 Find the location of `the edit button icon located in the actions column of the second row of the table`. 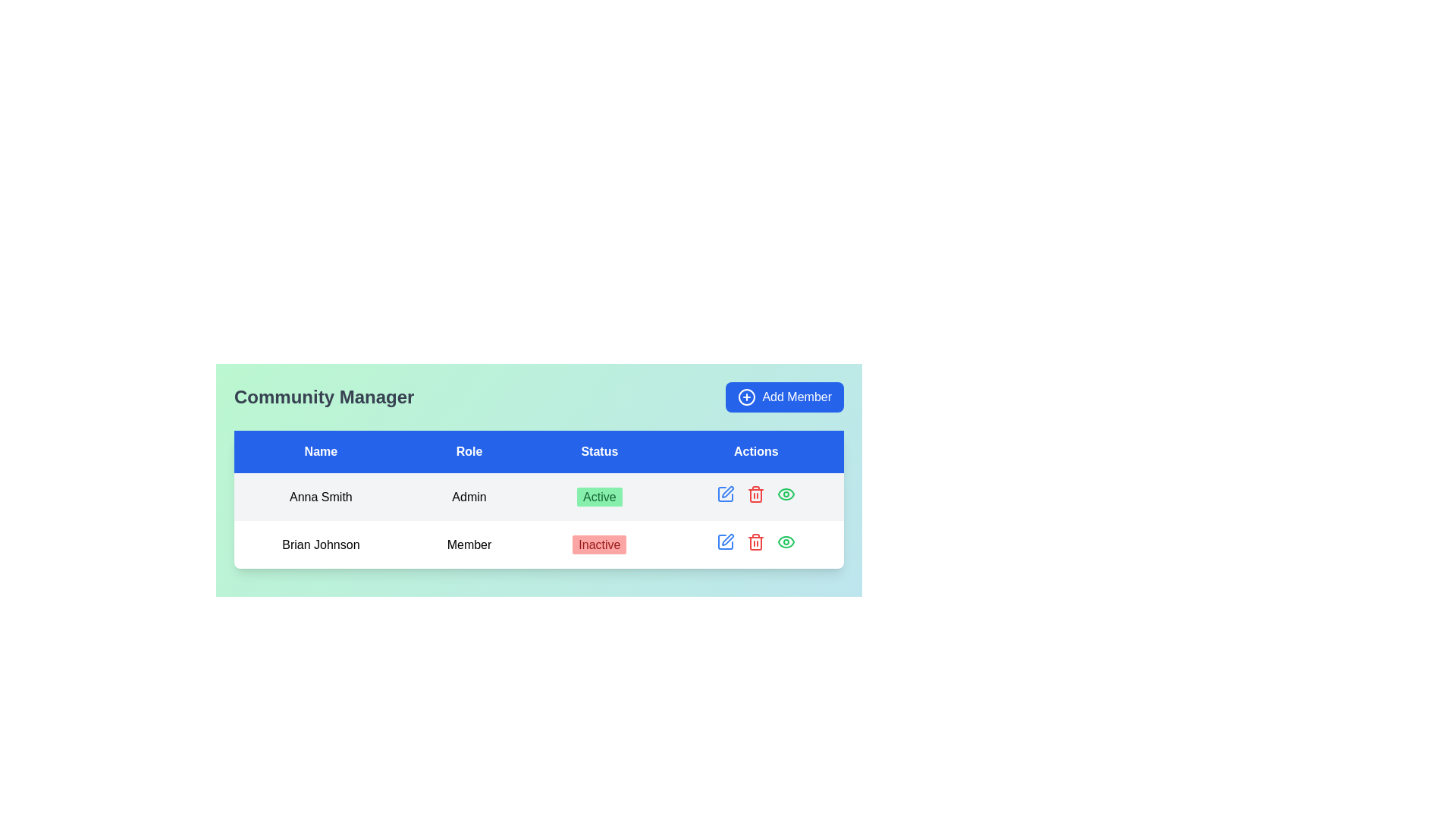

the edit button icon located in the actions column of the second row of the table is located at coordinates (725, 541).